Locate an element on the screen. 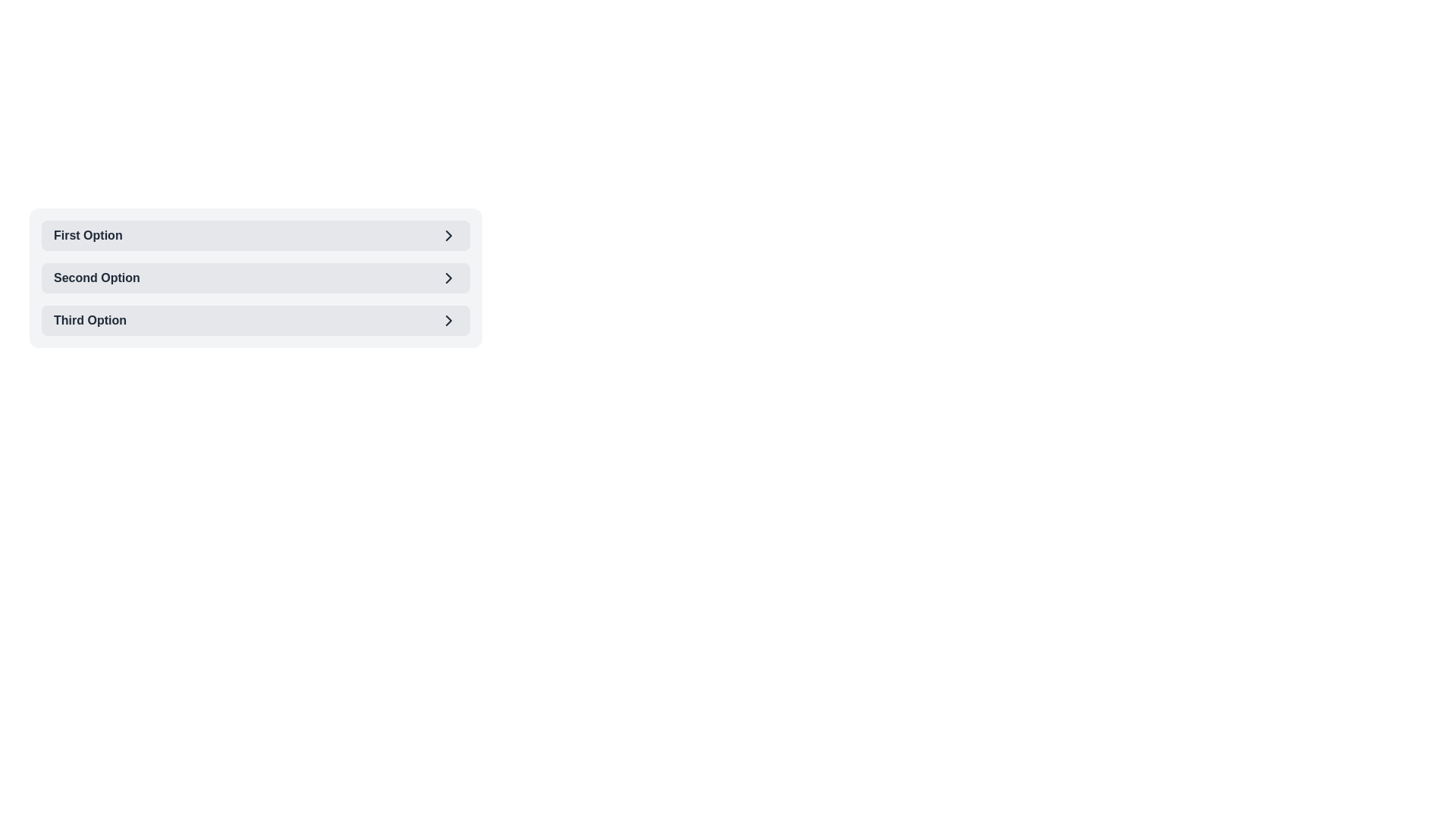 This screenshot has width=1456, height=819. the chevron icon located on the far-right side of the 'First Option' menu item is located at coordinates (447, 236).